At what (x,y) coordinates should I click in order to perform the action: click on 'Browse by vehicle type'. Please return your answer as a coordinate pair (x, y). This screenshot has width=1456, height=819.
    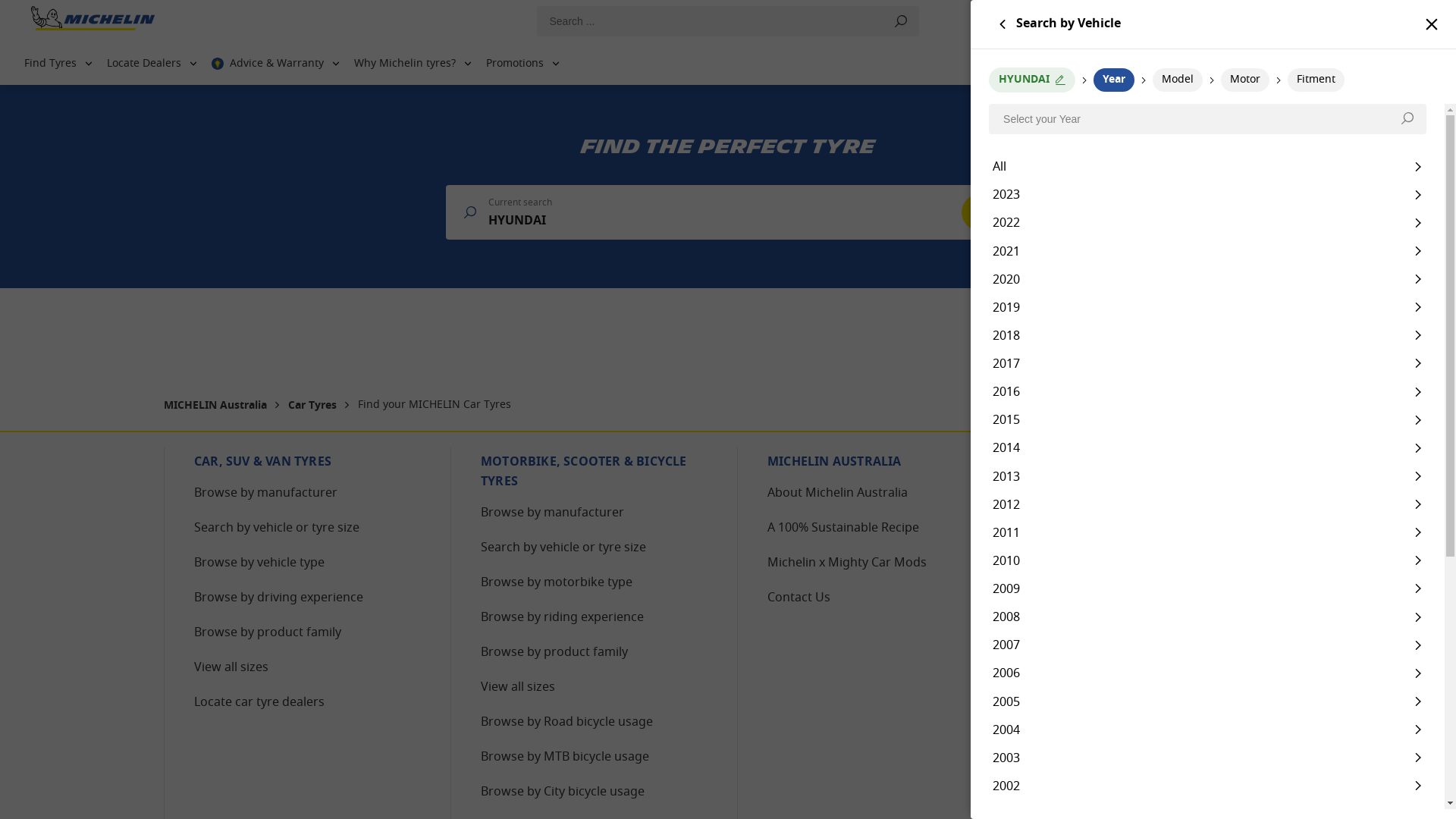
    Looking at the image, I should click on (259, 563).